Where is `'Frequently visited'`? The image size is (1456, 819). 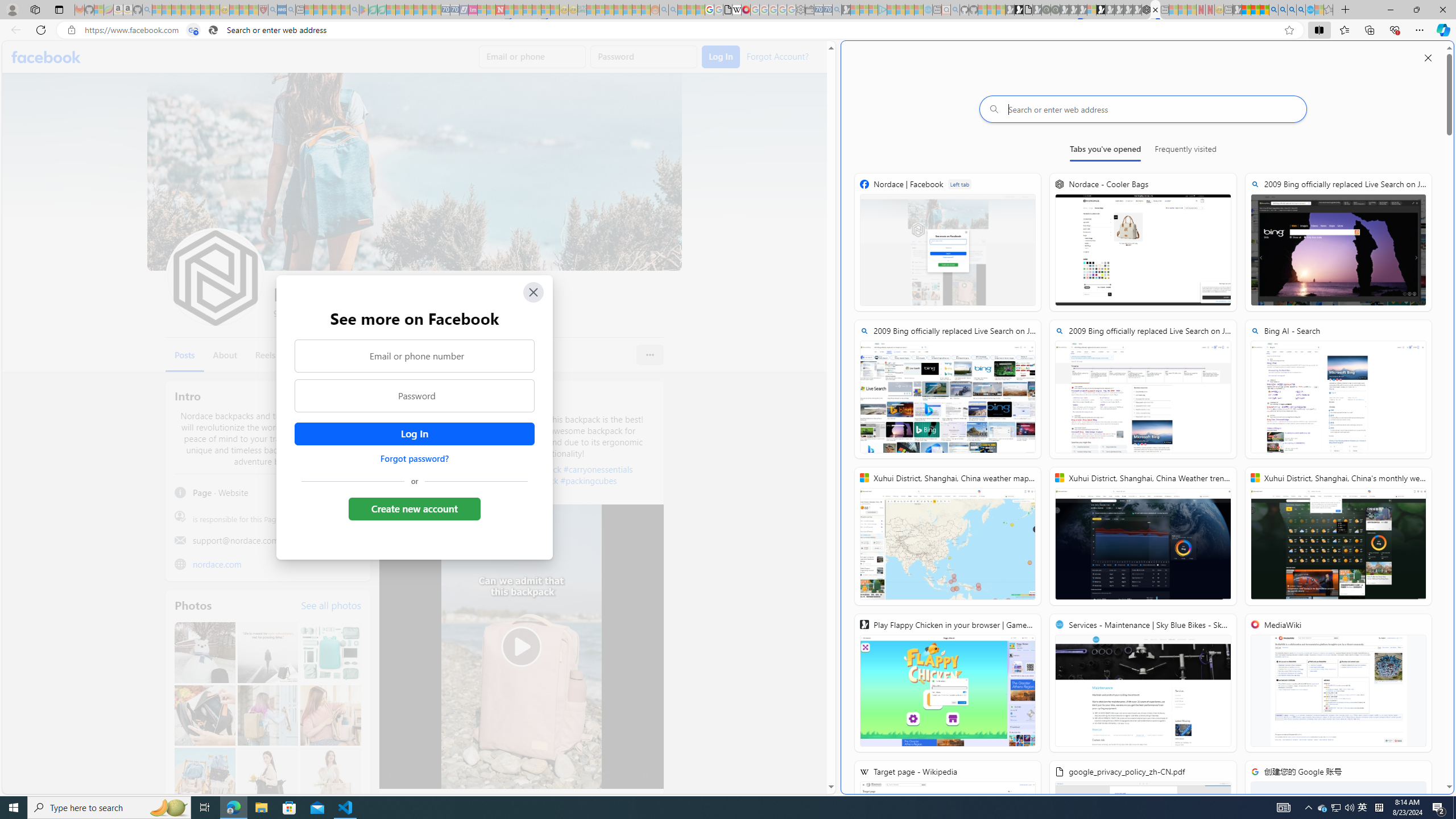
'Frequently visited' is located at coordinates (1185, 151).